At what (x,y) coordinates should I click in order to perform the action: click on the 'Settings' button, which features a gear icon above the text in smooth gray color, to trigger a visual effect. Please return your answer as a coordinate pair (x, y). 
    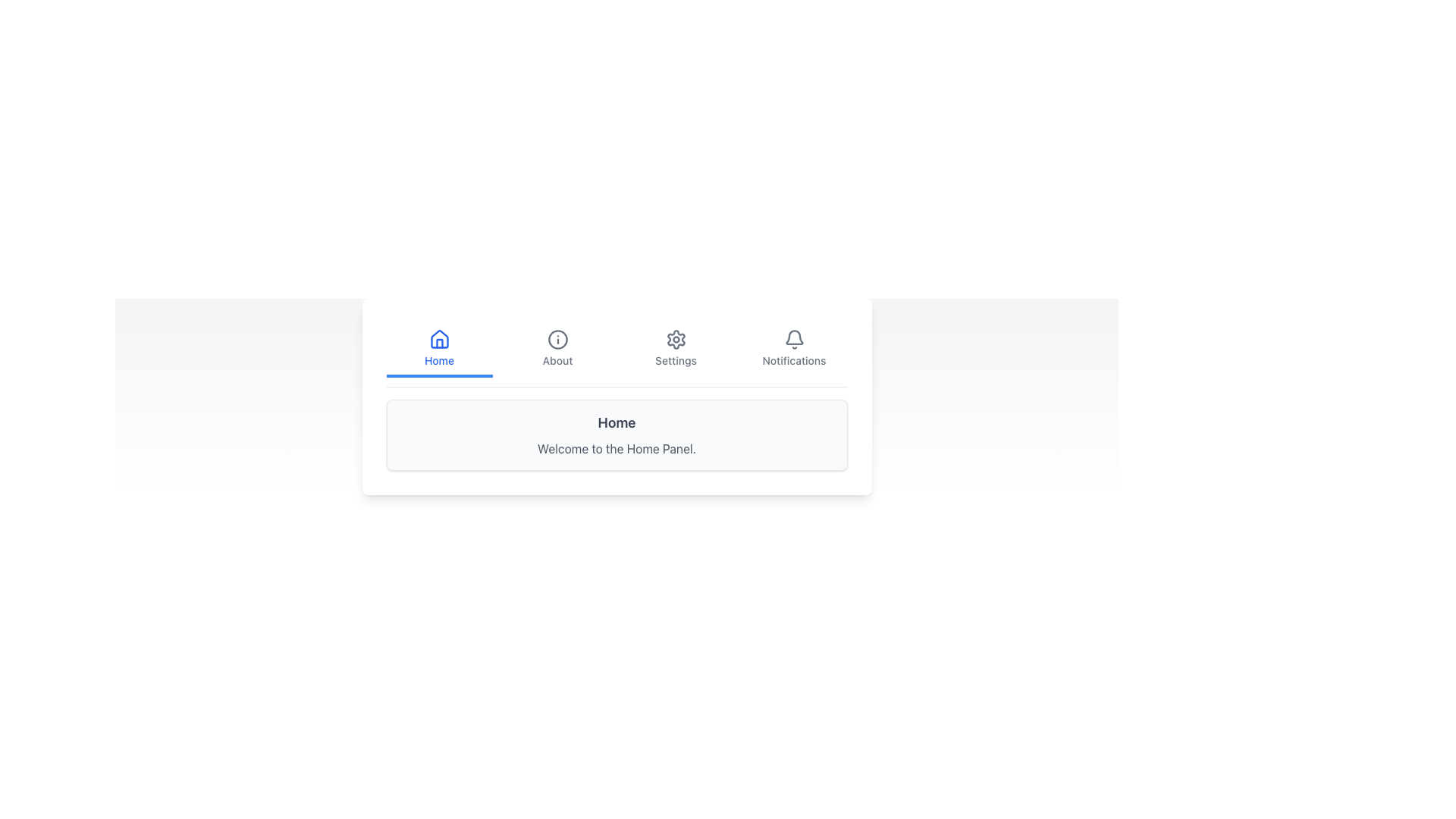
    Looking at the image, I should click on (675, 350).